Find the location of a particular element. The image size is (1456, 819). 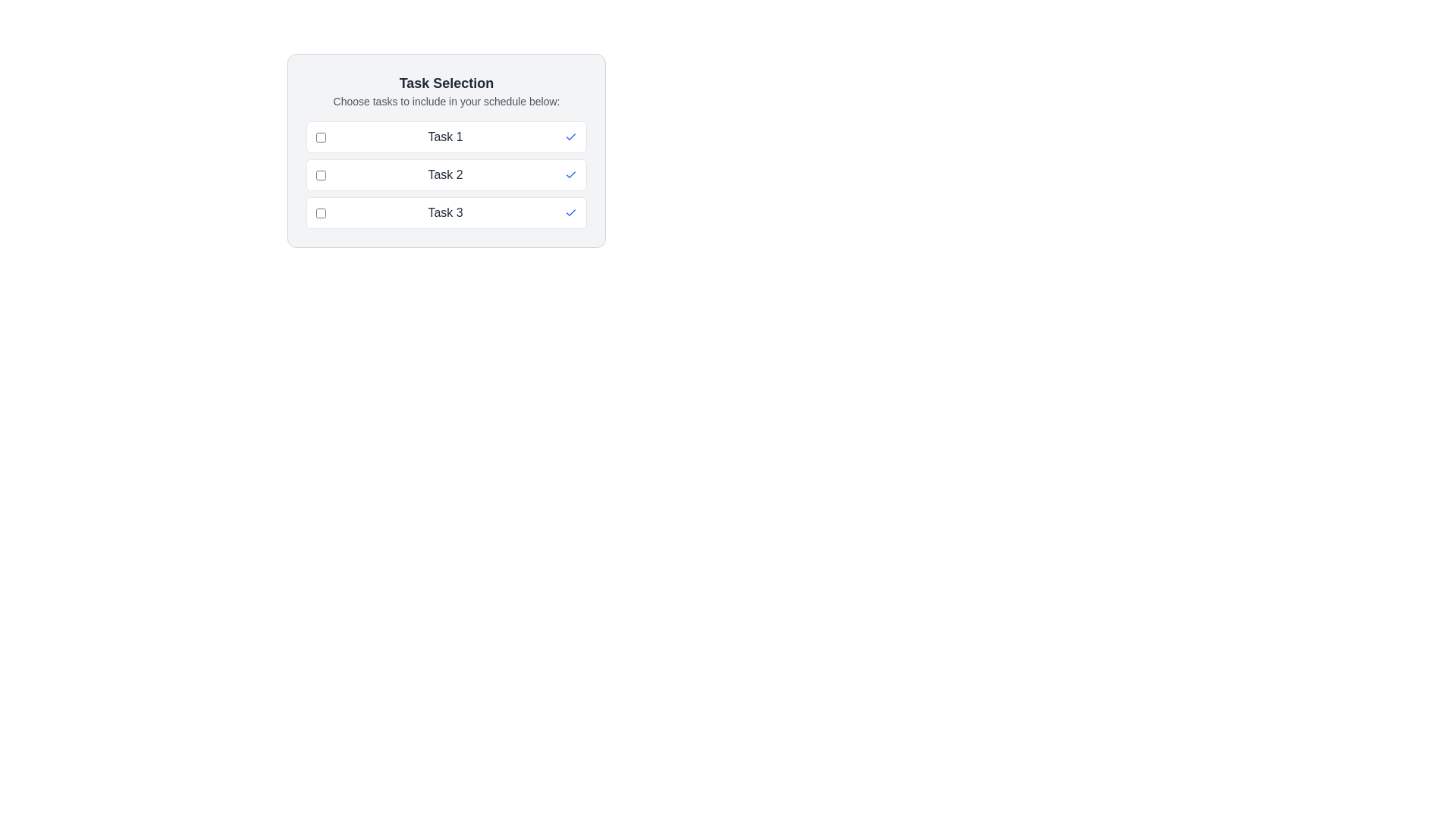

the header text element labeled 'Task Selection', which is styled in bold with a large font size and is centered within a light gray box with rounded corners is located at coordinates (446, 83).